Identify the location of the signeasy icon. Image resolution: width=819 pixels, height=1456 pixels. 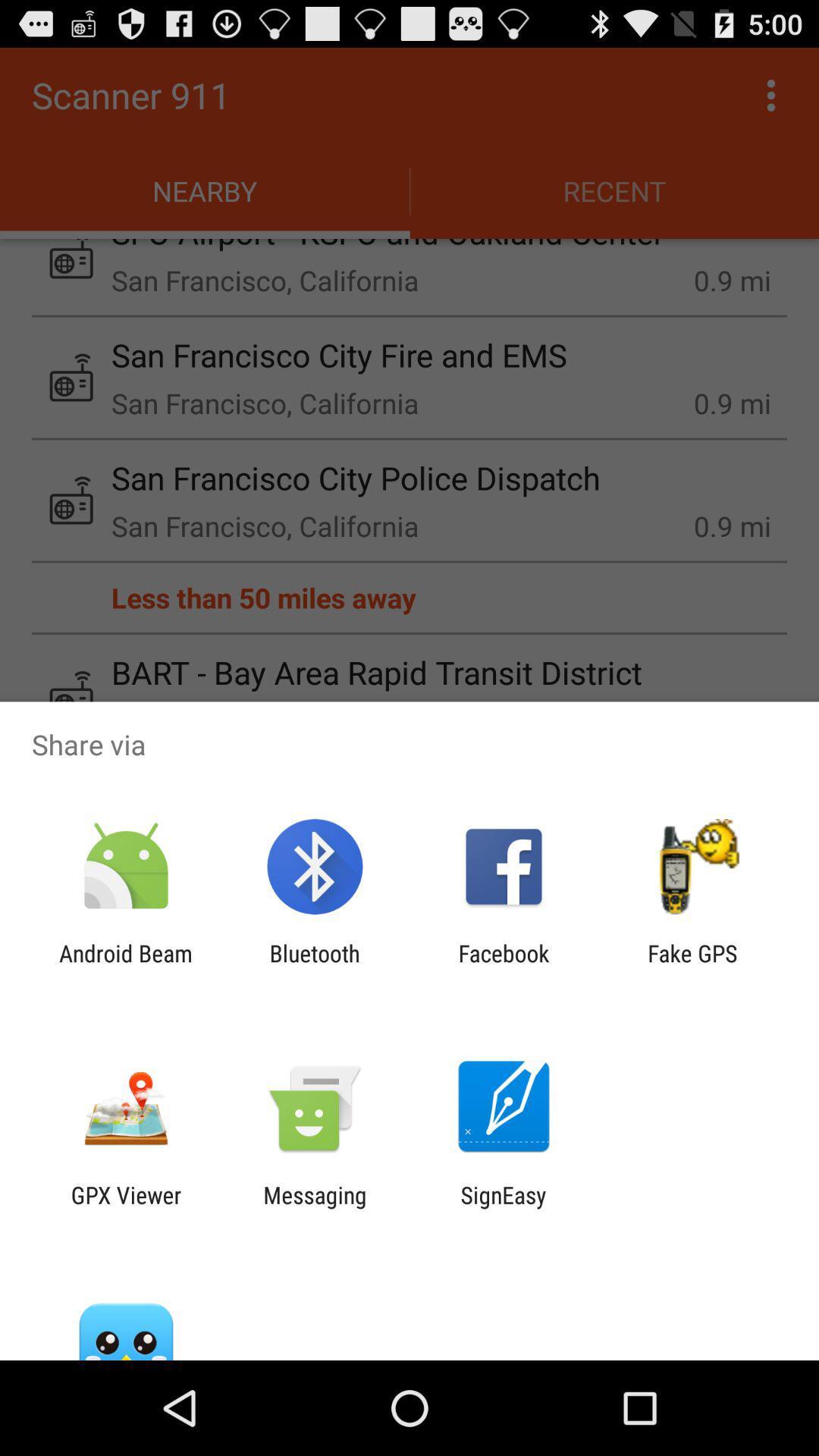
(504, 1207).